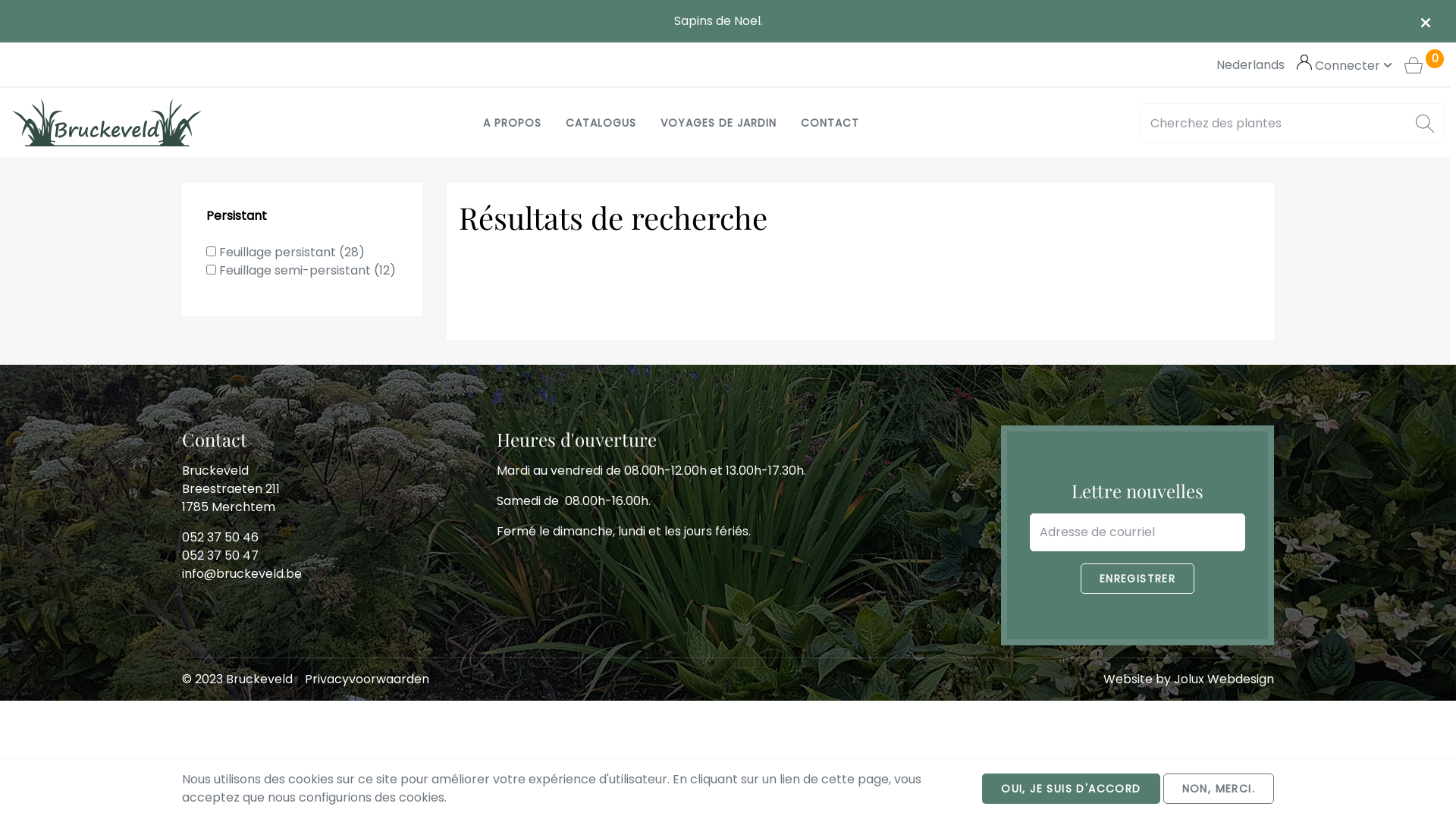 This screenshot has width=1456, height=819. Describe the element at coordinates (1423, 64) in the screenshot. I see `'0'` at that location.